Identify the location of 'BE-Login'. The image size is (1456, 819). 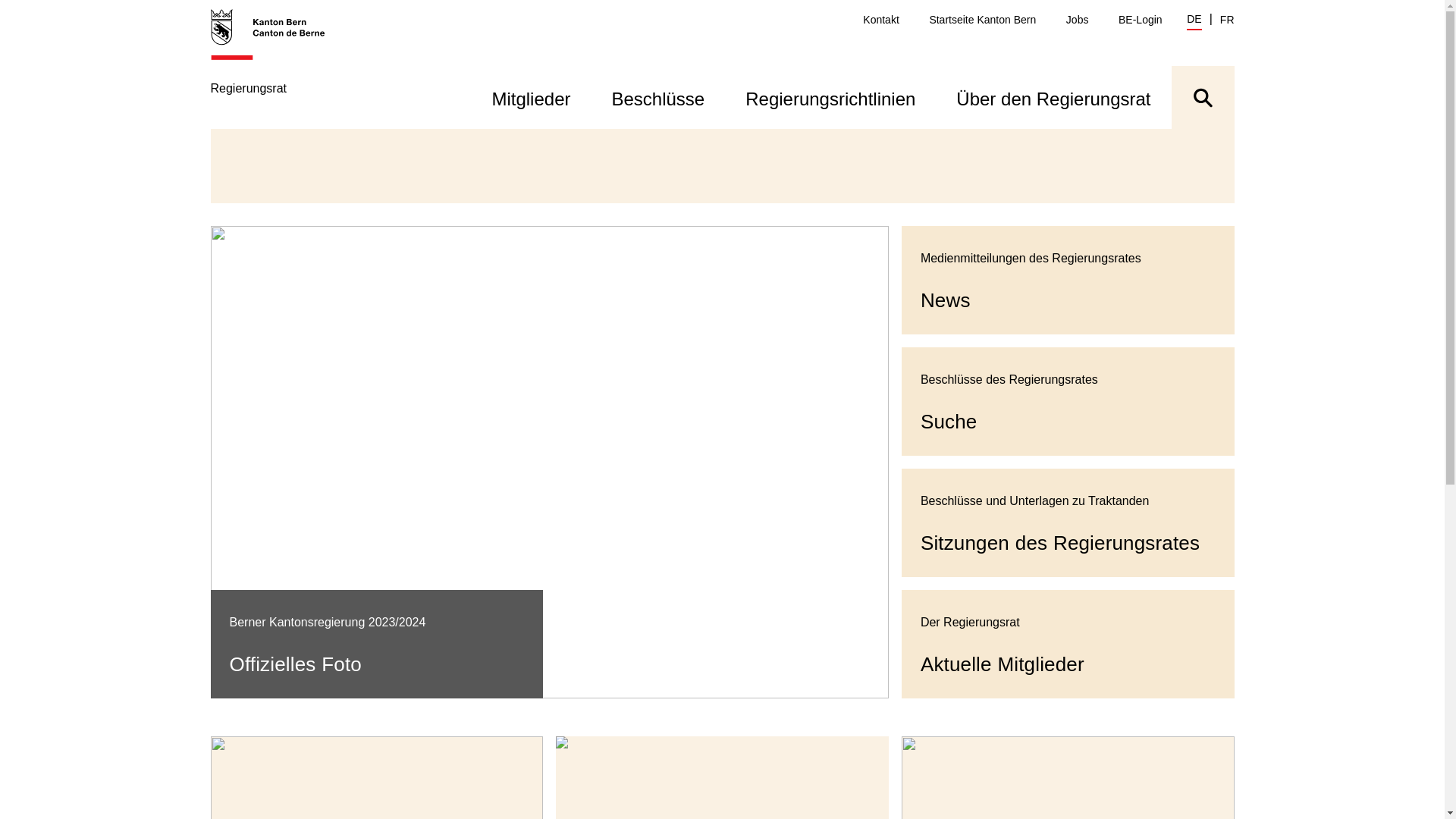
(1118, 20).